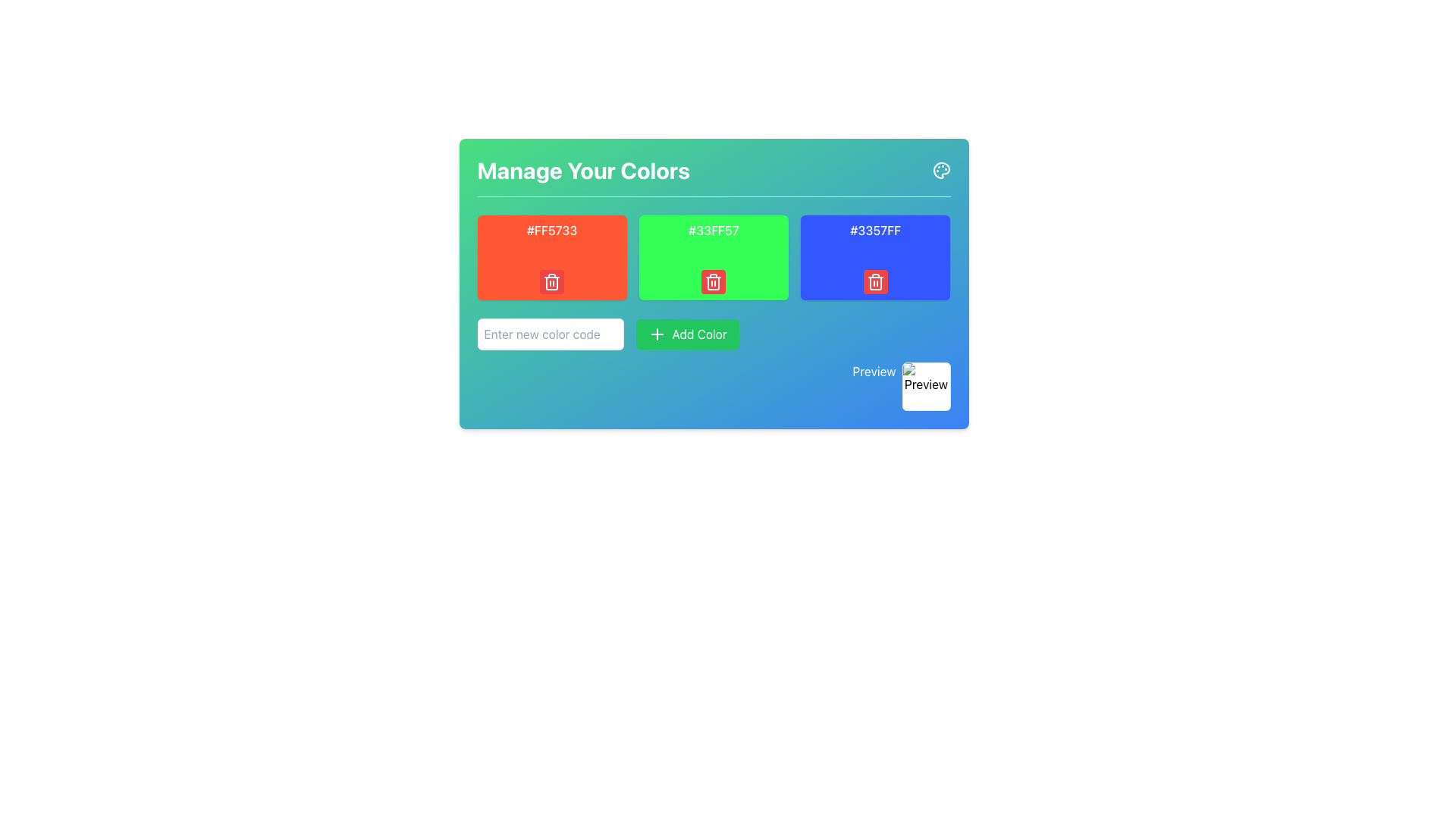 Image resolution: width=1456 pixels, height=819 pixels. I want to click on the text label displaying the hexadecimal color code '#33FF57', which is located centrally within the middle green card under the heading 'Manage Your Colors', so click(713, 231).